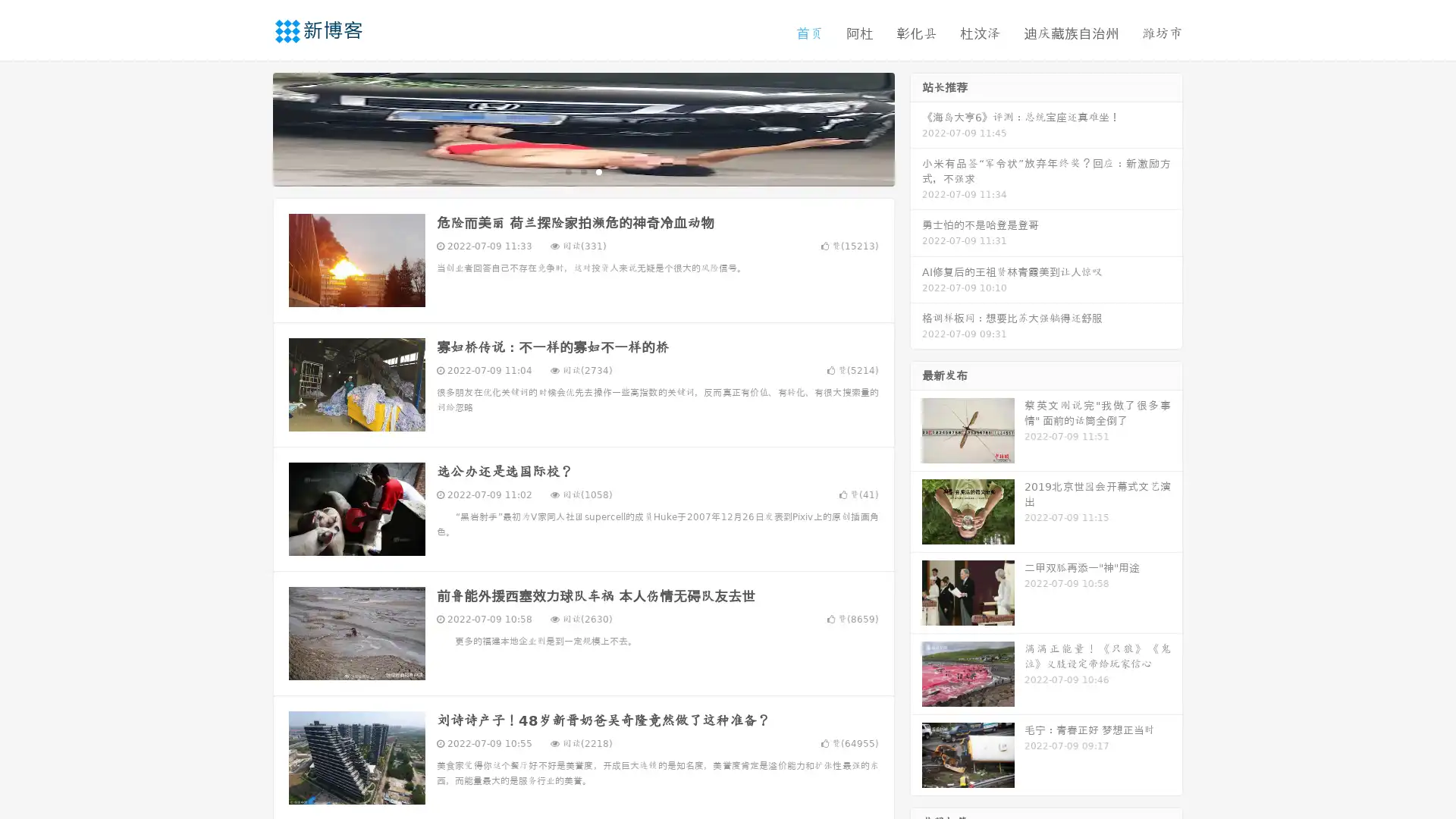  What do you see at coordinates (567, 171) in the screenshot?
I see `Go to slide 1` at bounding box center [567, 171].